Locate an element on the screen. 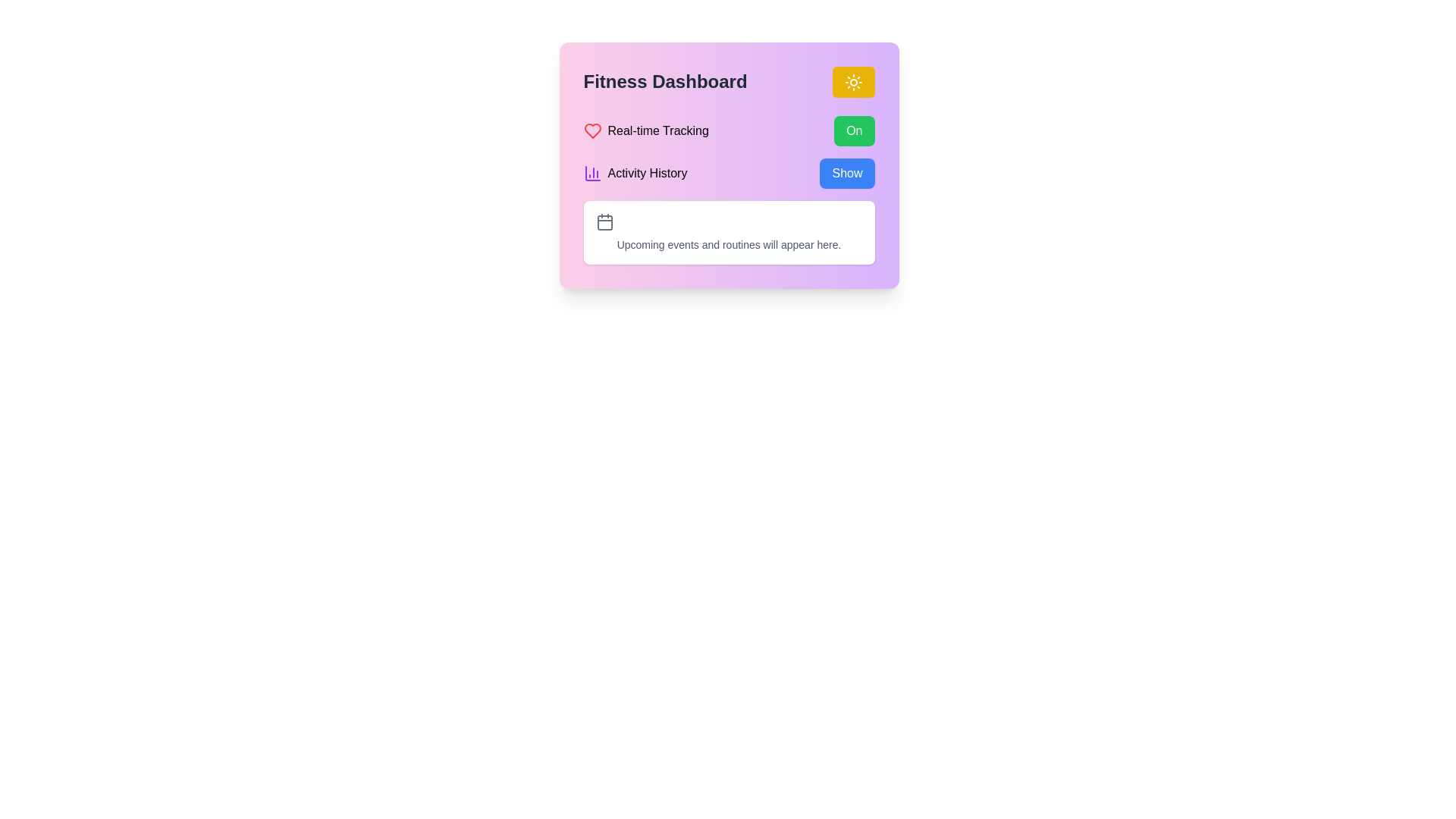 The image size is (1456, 819). the red heart icon representing the 'Real-time Tracking' feature located in the top-left portion of the interface is located at coordinates (591, 130).